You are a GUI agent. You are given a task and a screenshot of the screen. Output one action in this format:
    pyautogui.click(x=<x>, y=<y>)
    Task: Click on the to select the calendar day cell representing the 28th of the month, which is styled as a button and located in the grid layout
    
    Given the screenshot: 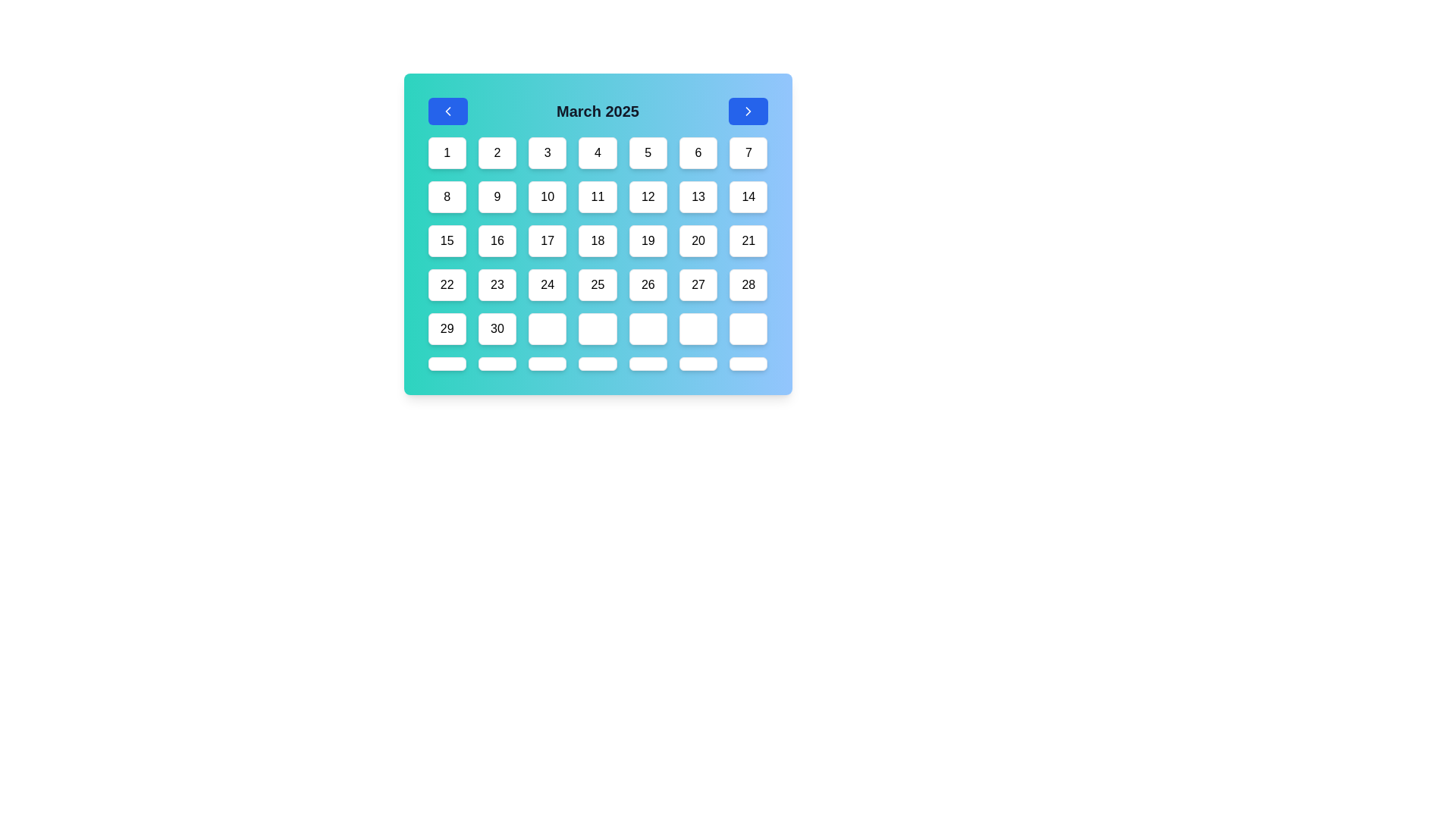 What is the action you would take?
    pyautogui.click(x=748, y=284)
    